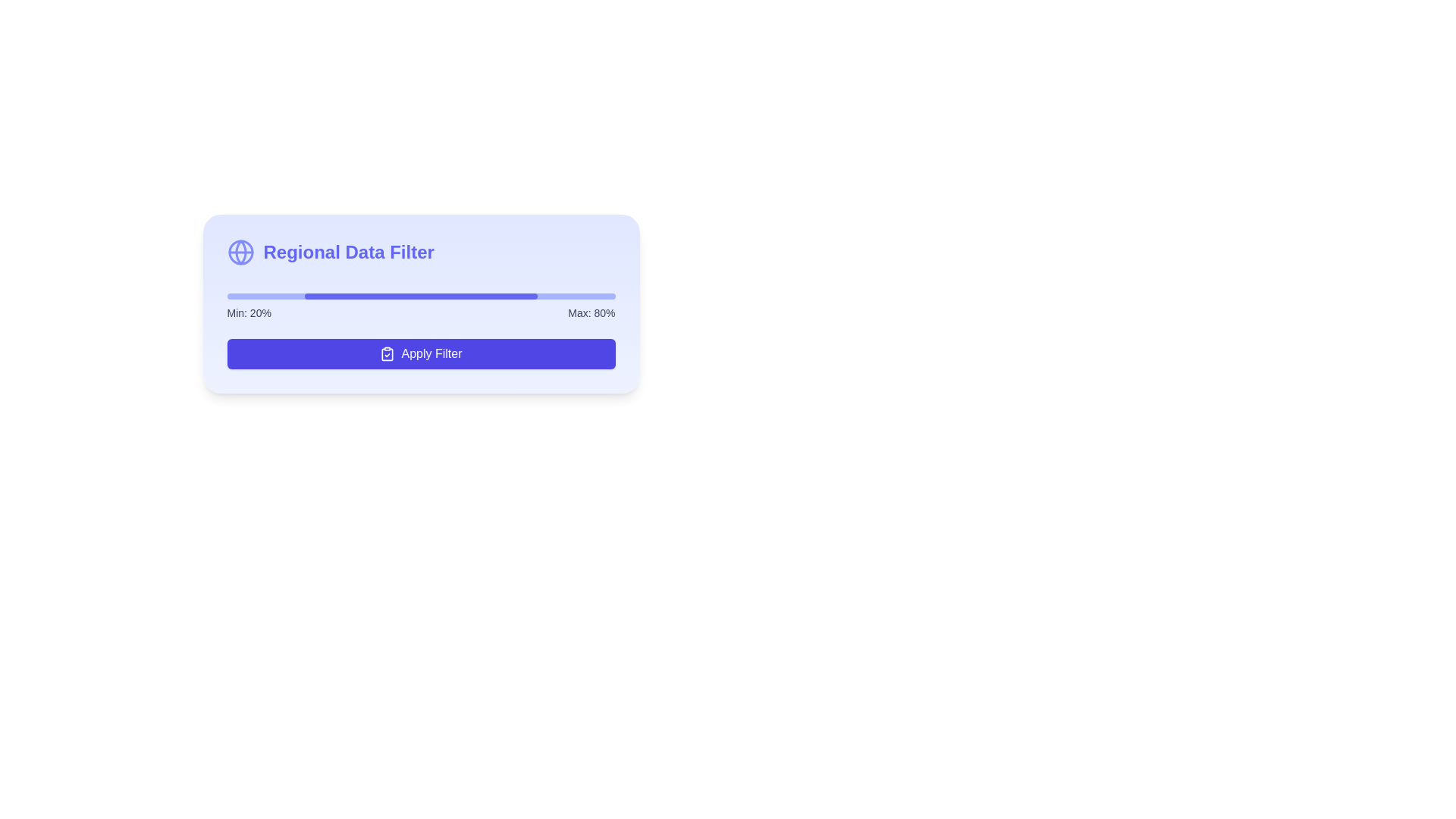  Describe the element at coordinates (240, 251) in the screenshot. I see `the globe icon that is located to the left of the 'Regional Data Filter' text in the header section for data filtering` at that location.